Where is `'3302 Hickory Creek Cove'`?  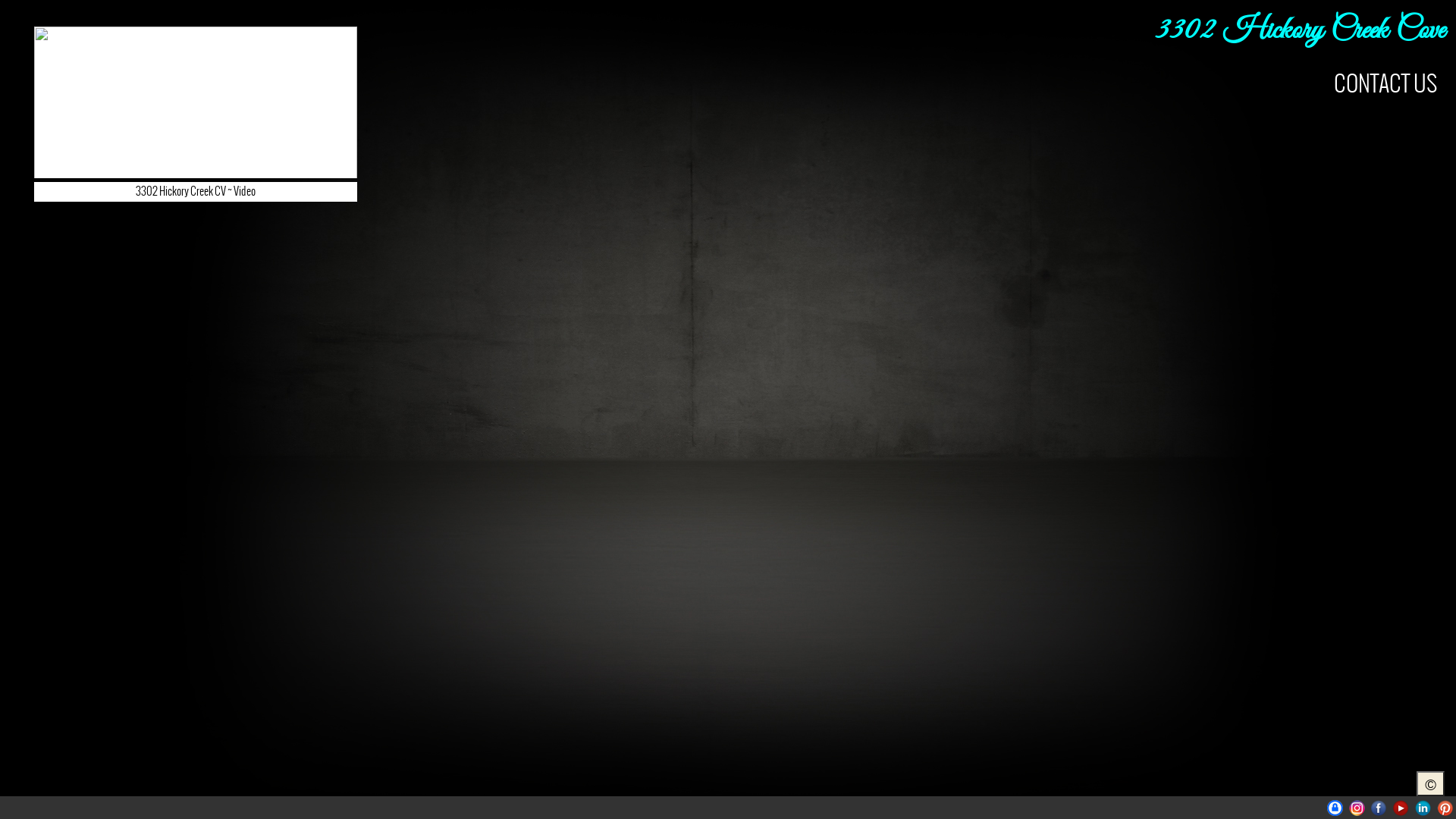 '3302 Hickory Creek Cove' is located at coordinates (1298, 31).